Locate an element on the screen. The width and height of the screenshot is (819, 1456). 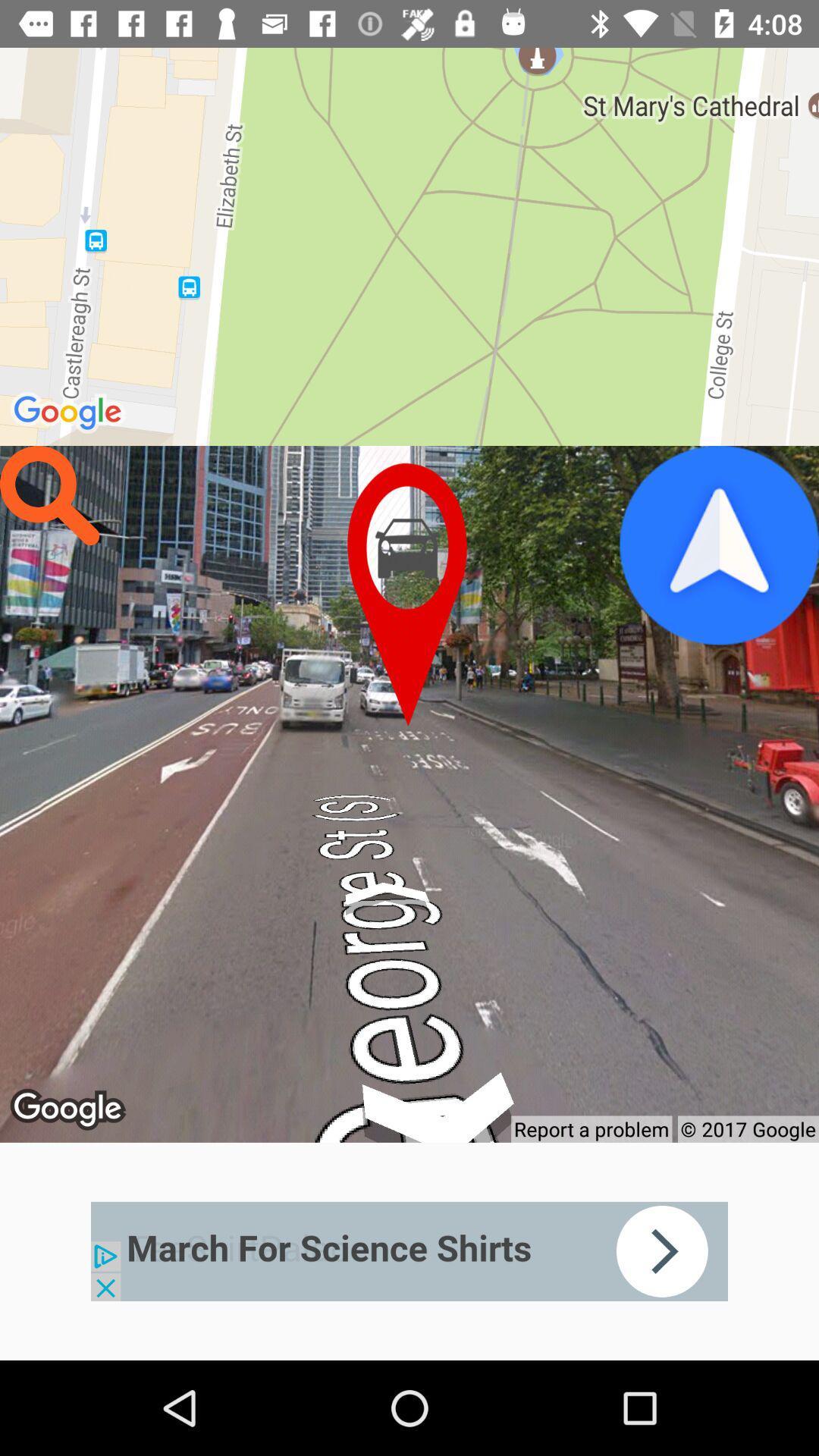
option is located at coordinates (718, 545).